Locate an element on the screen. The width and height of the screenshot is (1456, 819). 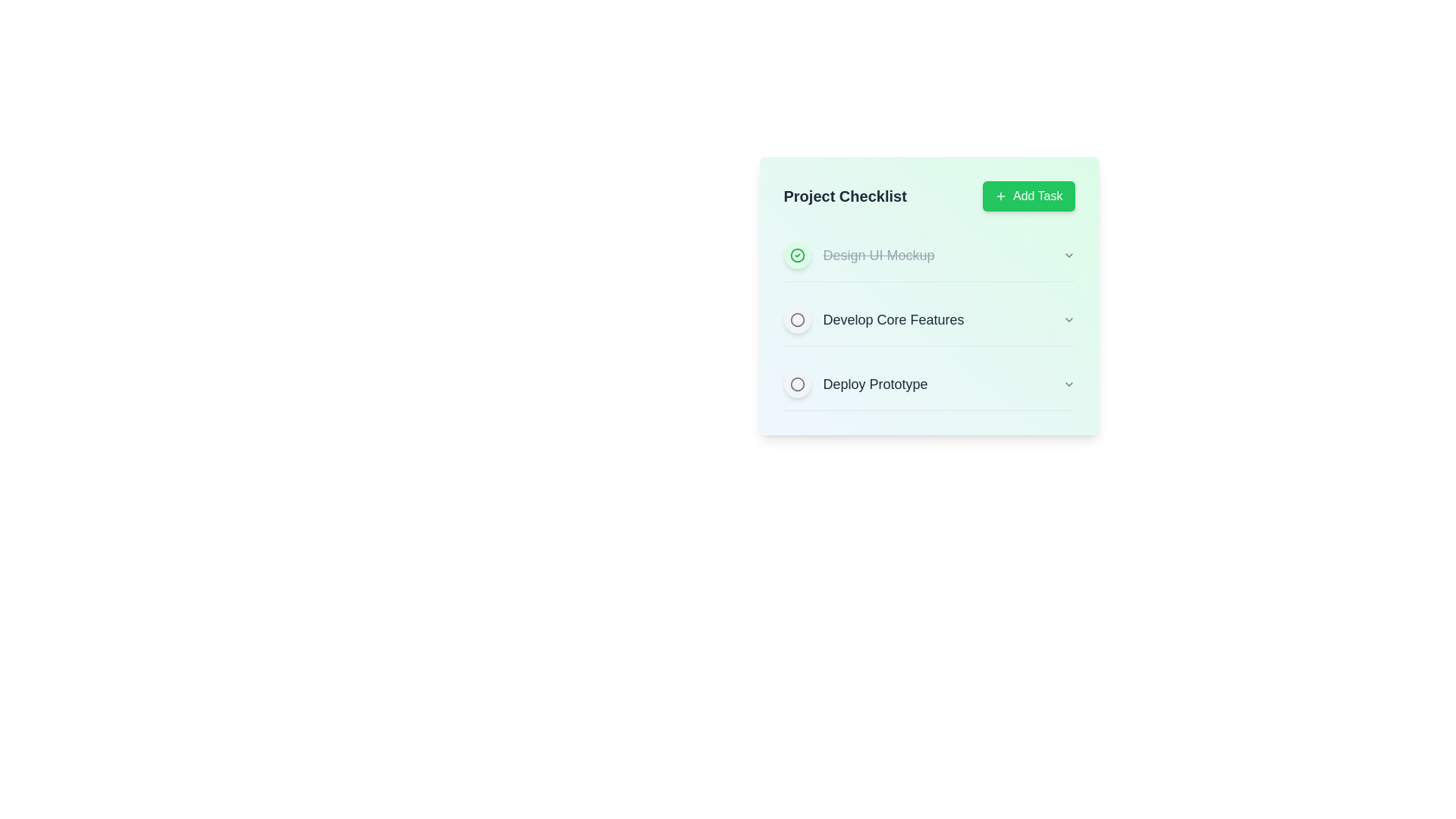
the dropdown button next to the task 'Deploy Prototype' to expand its options is located at coordinates (1068, 383).